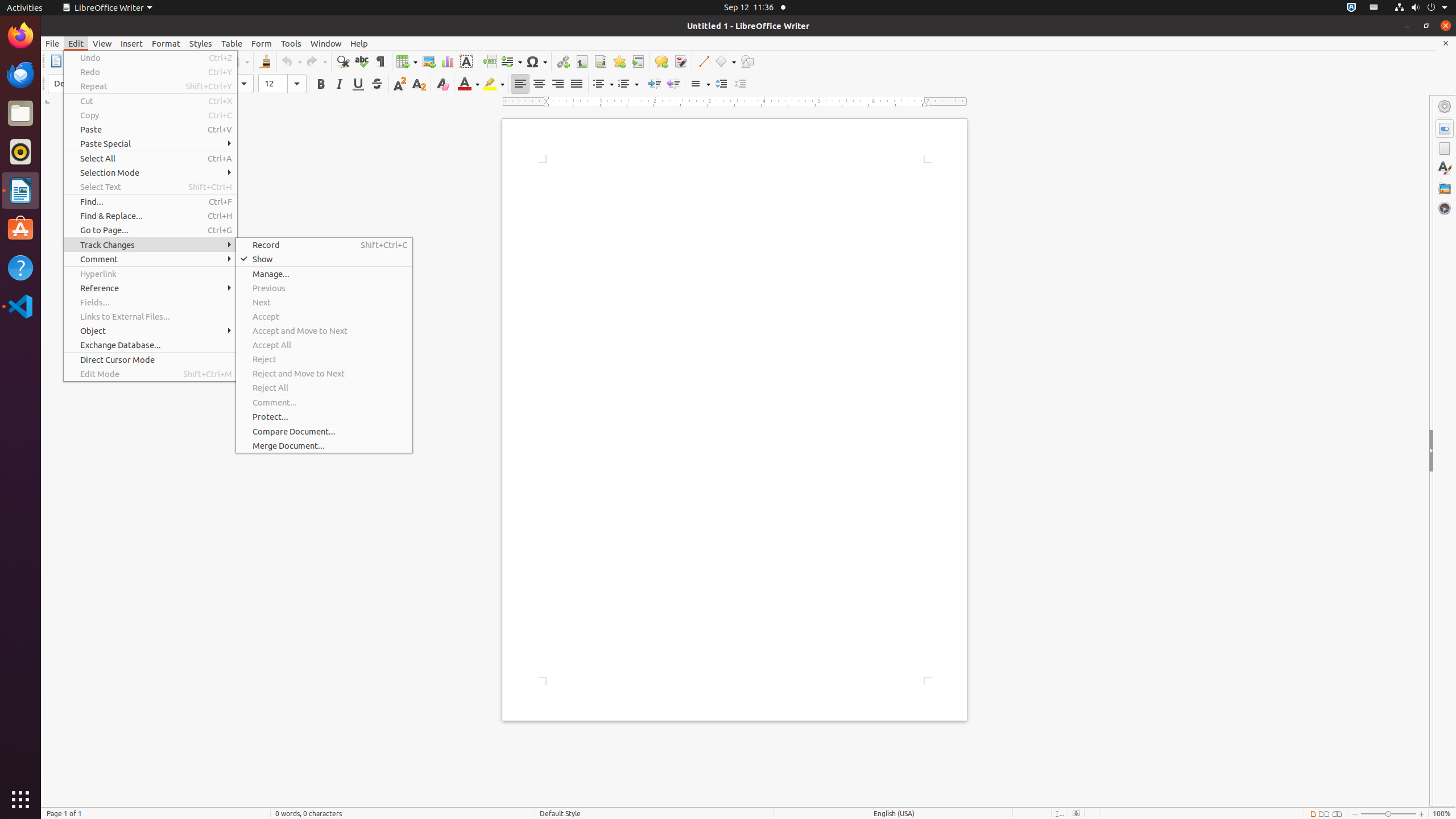 The height and width of the screenshot is (819, 1456). I want to click on 'Highlight Color', so click(494, 83).